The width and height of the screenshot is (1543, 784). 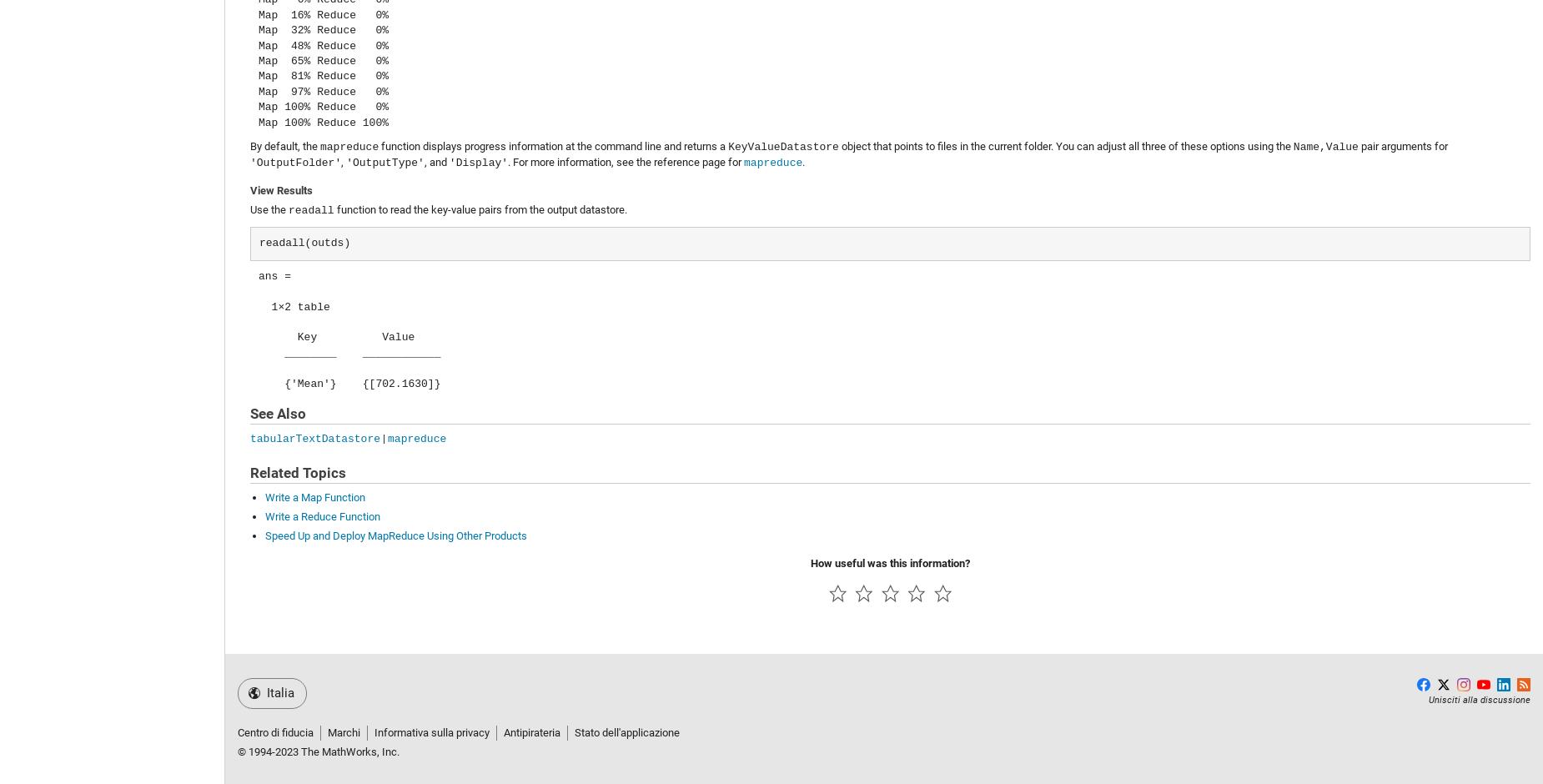 I want to click on ''OutputFolder'', so click(x=294, y=163).